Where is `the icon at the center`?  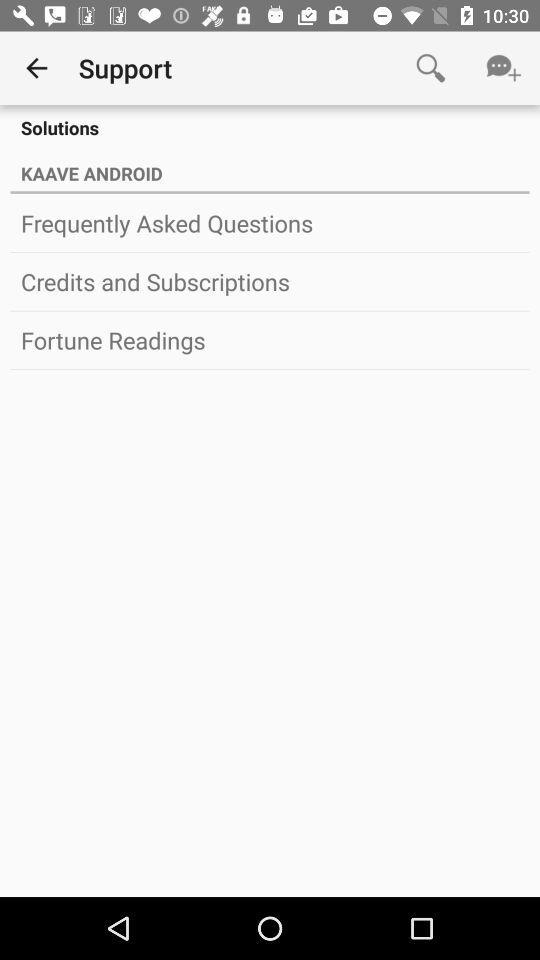
the icon at the center is located at coordinates (270, 340).